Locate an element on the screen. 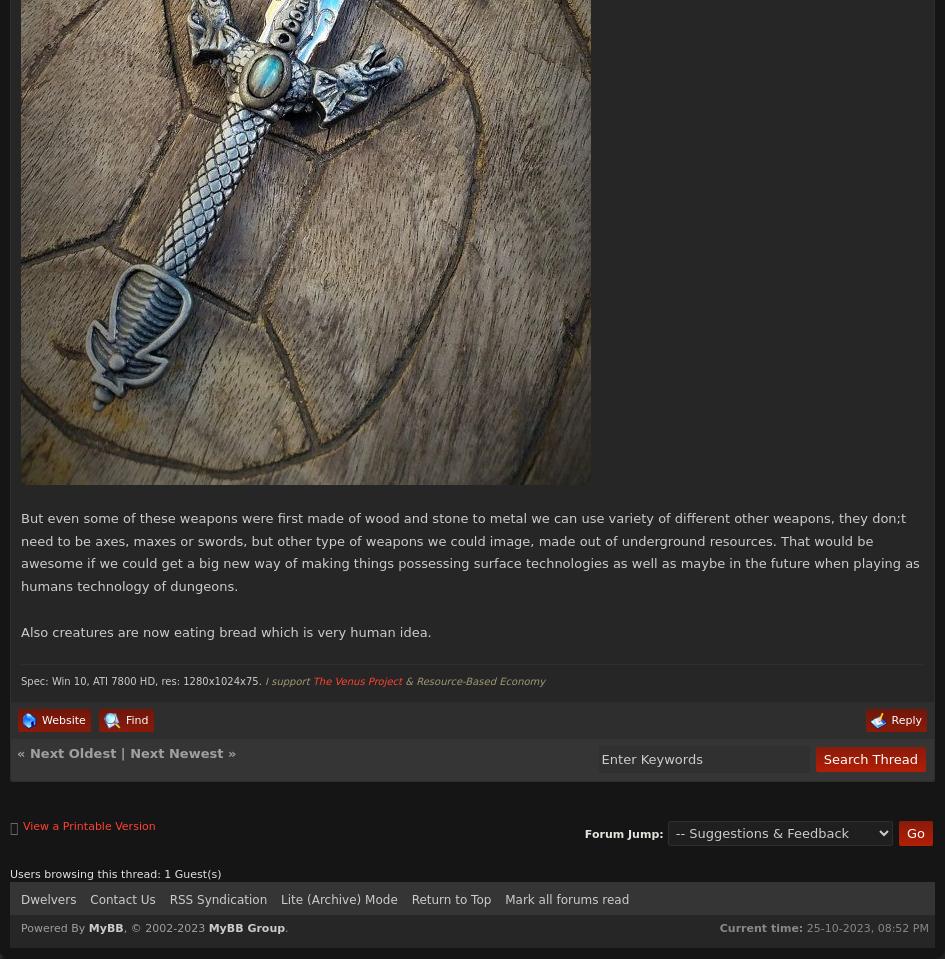 The width and height of the screenshot is (945, 959). 'Next Oldest' is located at coordinates (71, 752).